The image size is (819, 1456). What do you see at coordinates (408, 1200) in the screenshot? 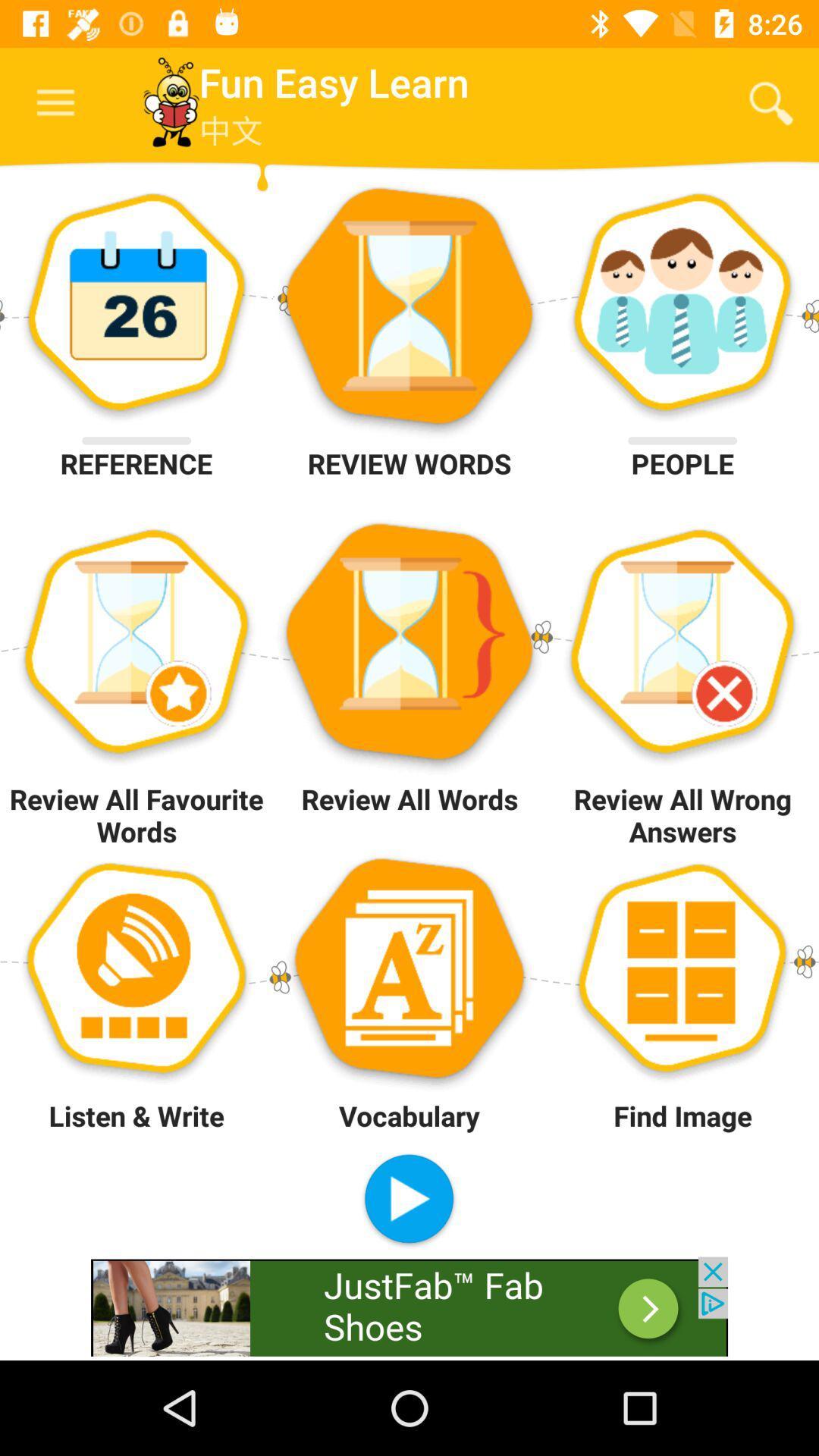
I see `the play icon` at bounding box center [408, 1200].